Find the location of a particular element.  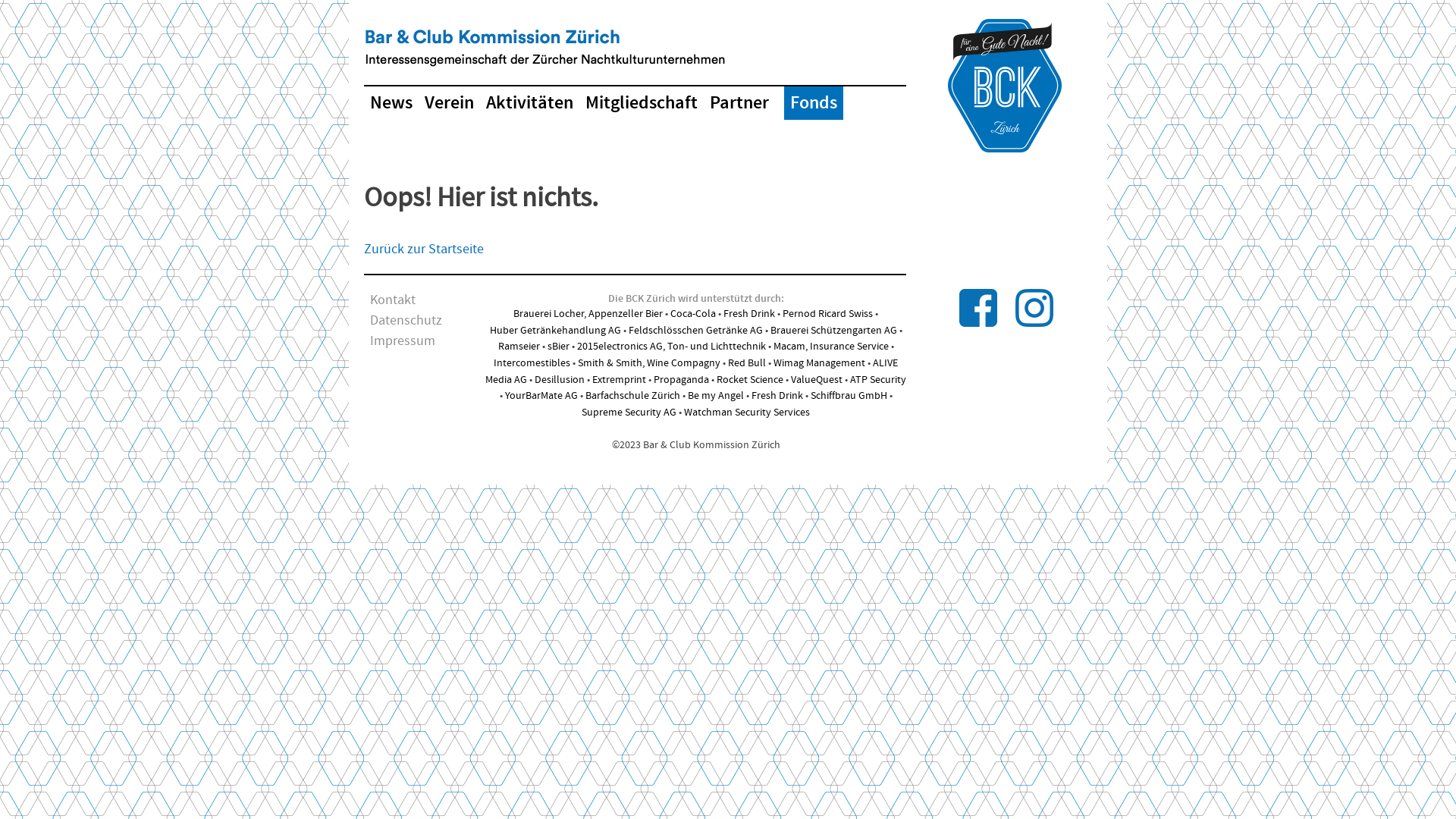

'Propaganda' is located at coordinates (680, 379).